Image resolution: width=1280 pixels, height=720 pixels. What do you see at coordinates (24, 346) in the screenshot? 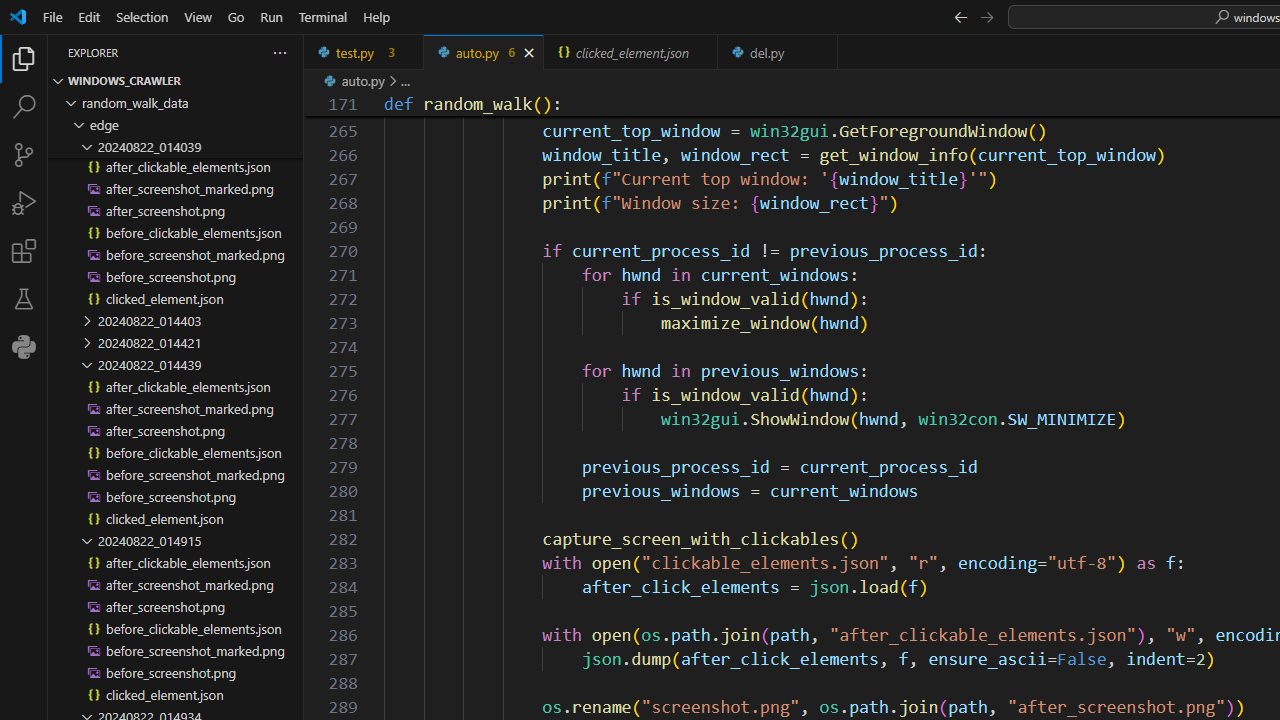
I see `'Python'` at bounding box center [24, 346].